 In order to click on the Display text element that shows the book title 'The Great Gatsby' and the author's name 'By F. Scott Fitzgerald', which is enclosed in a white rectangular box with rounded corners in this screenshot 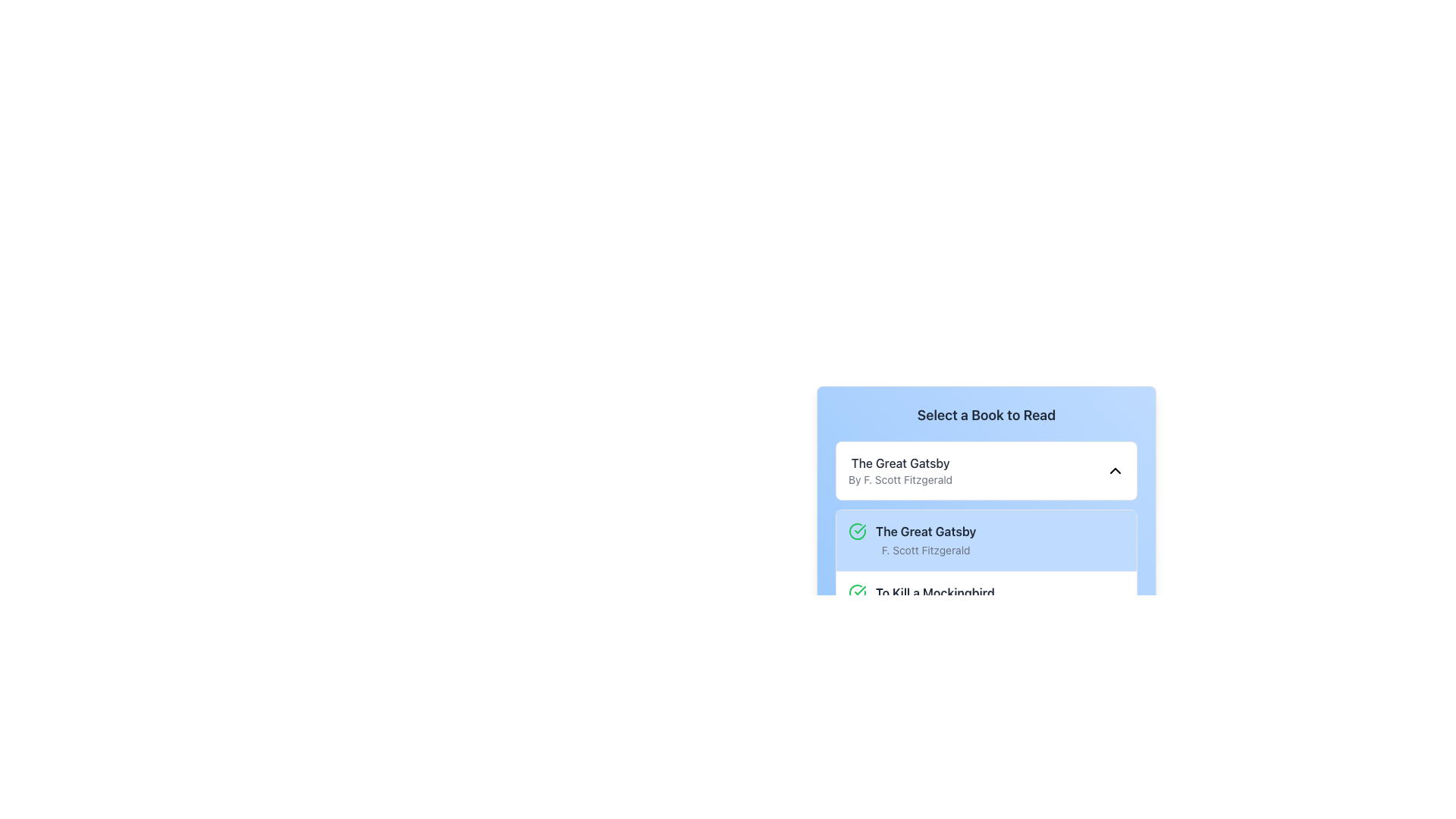, I will do `click(900, 470)`.